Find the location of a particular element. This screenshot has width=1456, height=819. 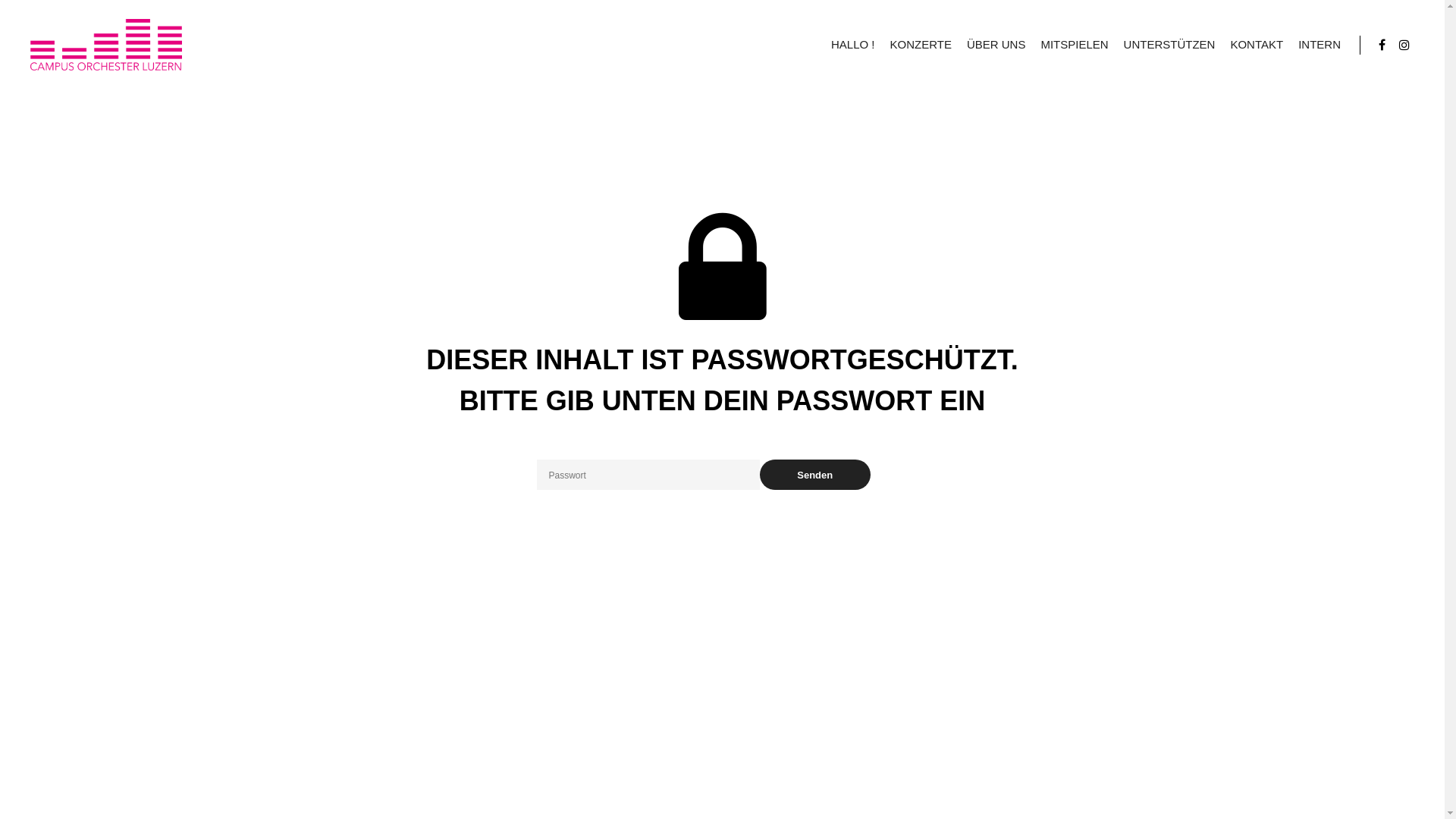

'Instagram' is located at coordinates (1404, 43).